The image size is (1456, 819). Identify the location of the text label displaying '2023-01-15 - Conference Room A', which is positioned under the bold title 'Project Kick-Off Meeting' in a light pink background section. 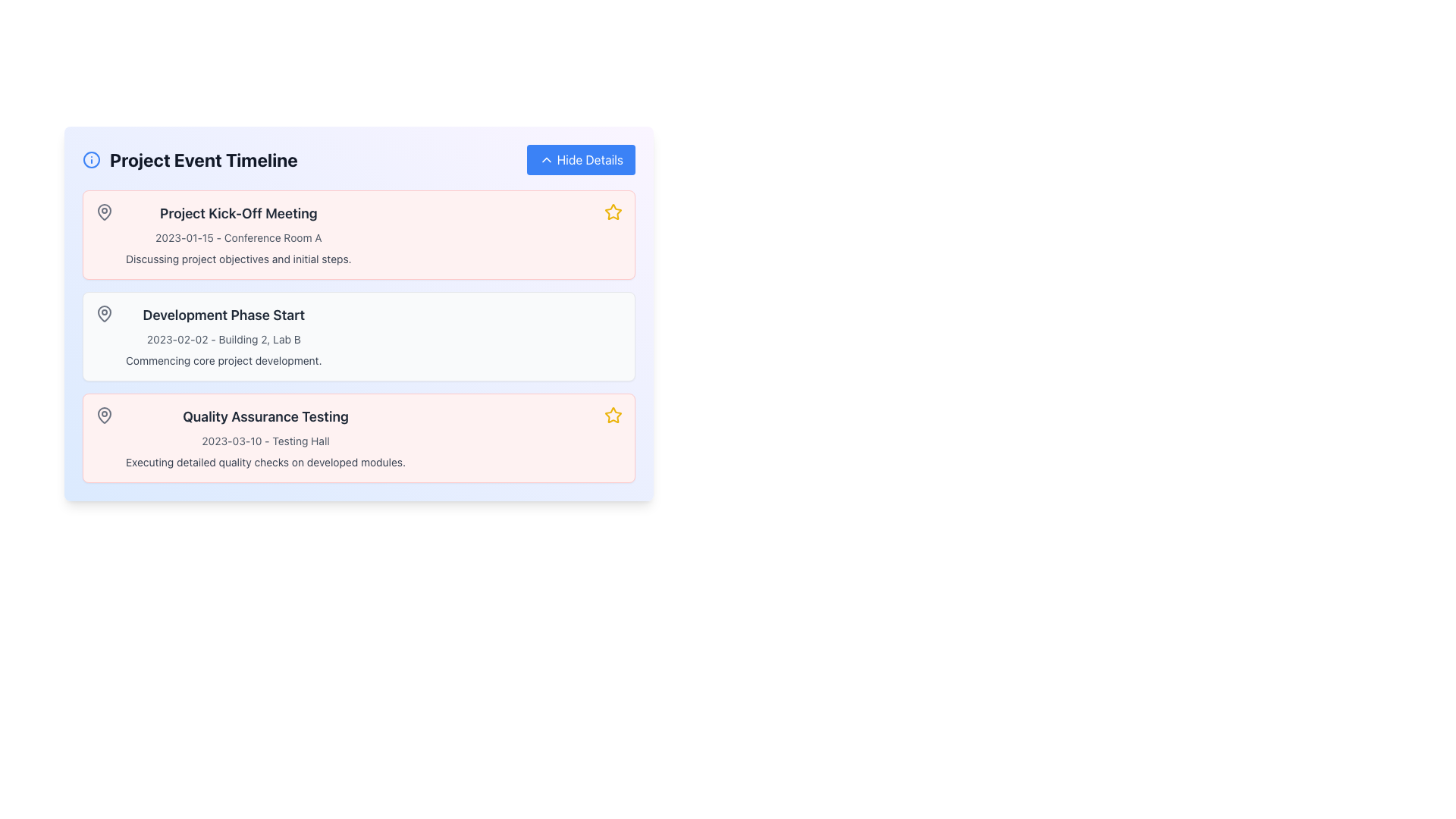
(237, 237).